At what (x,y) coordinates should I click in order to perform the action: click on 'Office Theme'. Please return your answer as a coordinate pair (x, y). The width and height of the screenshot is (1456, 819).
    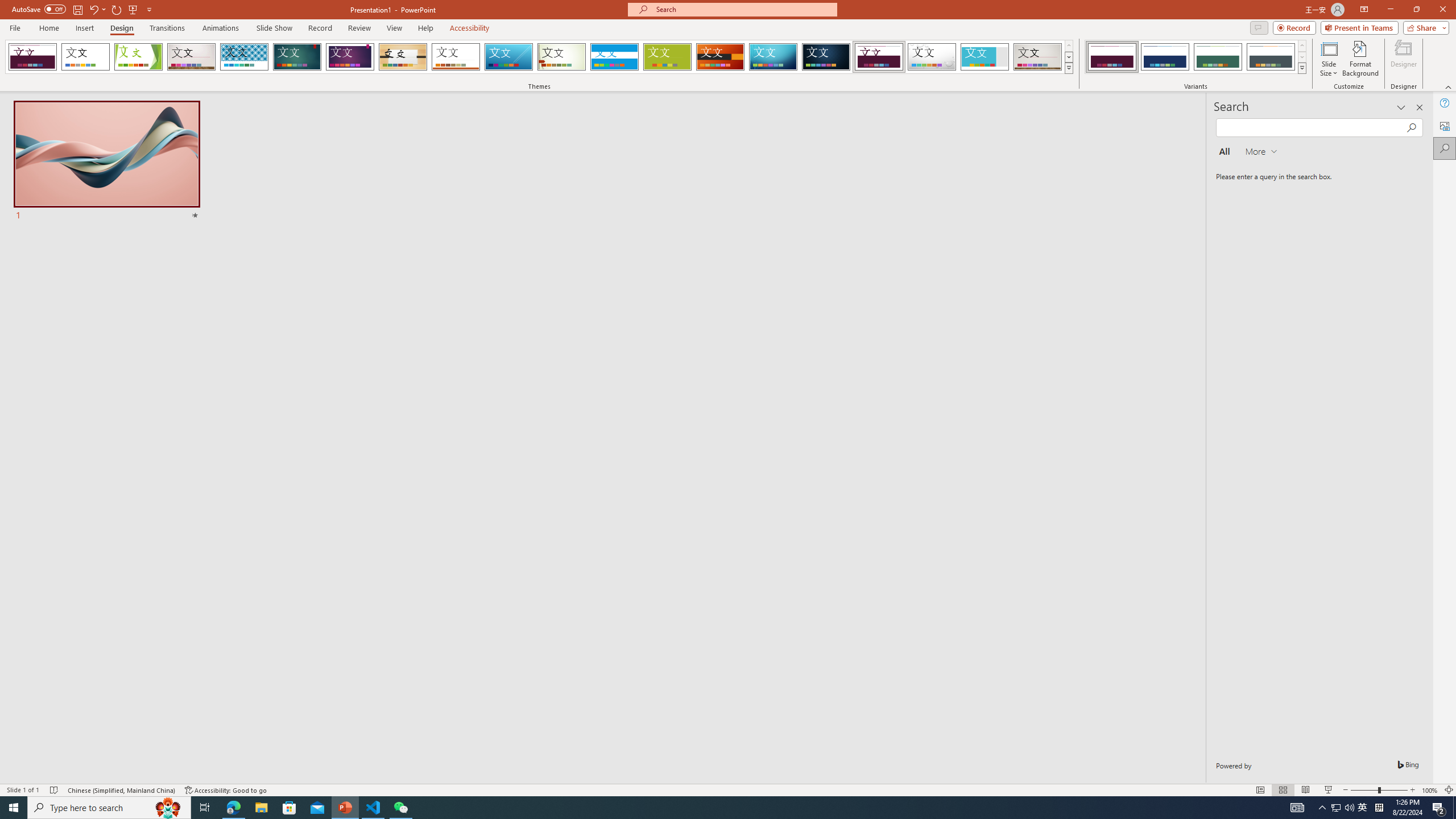
    Looking at the image, I should click on (85, 56).